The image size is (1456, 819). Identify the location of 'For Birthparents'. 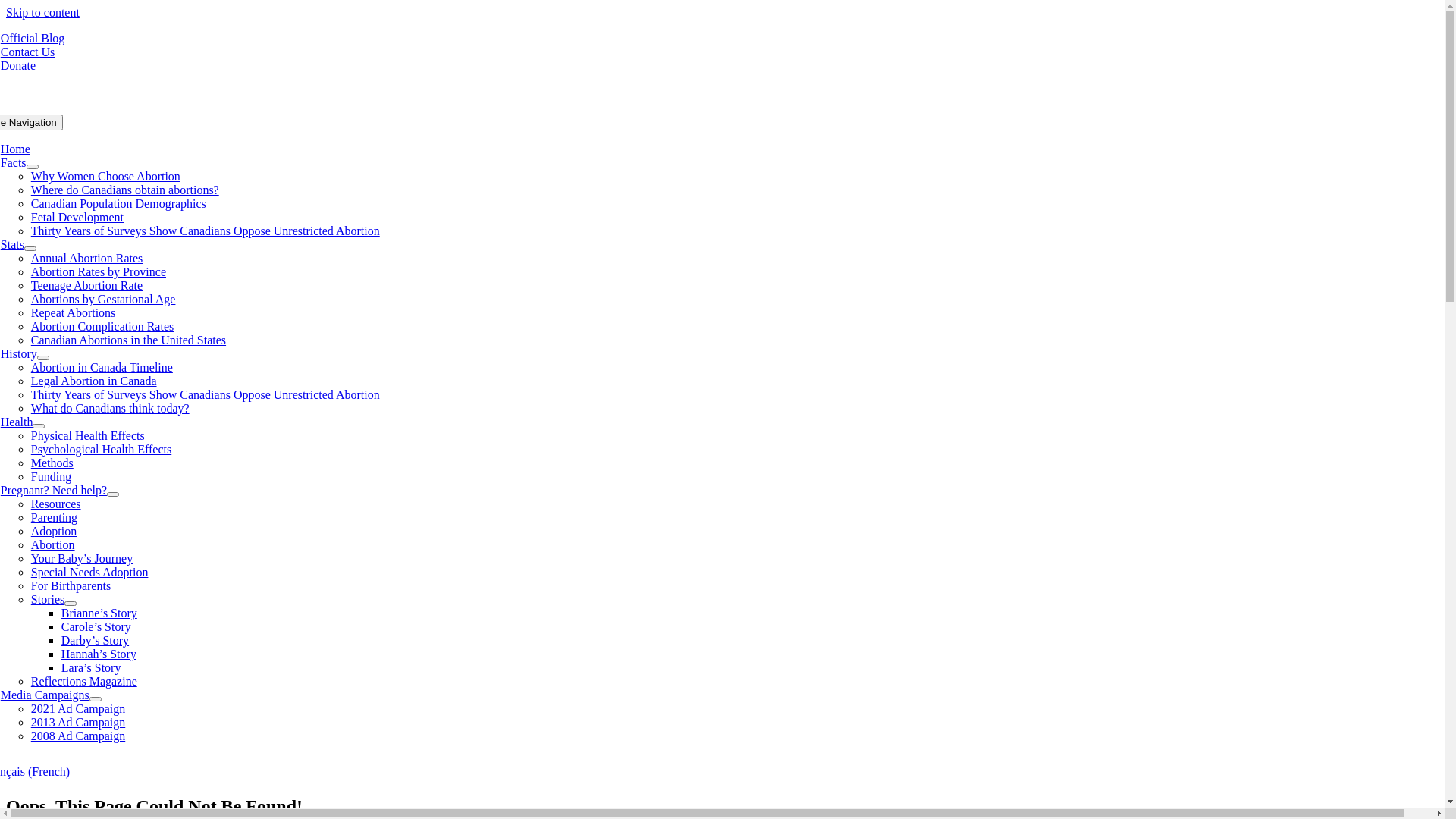
(70, 585).